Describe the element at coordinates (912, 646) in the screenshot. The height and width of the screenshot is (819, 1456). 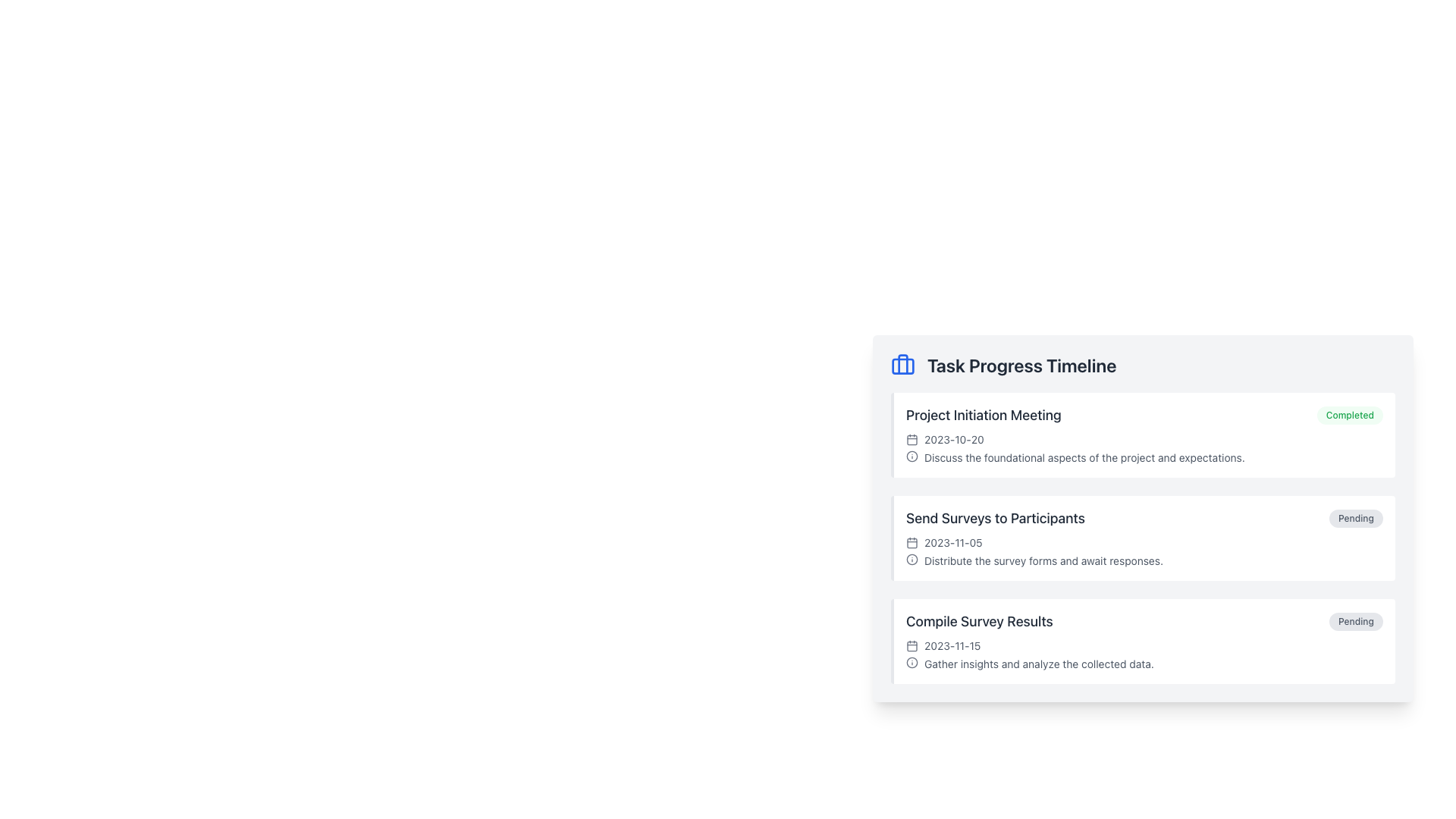
I see `the main visual aspect of the calendar icon, which is the SVG rectangle representing a date or schedule, located in the 'Task Progress Timeline' section` at that location.